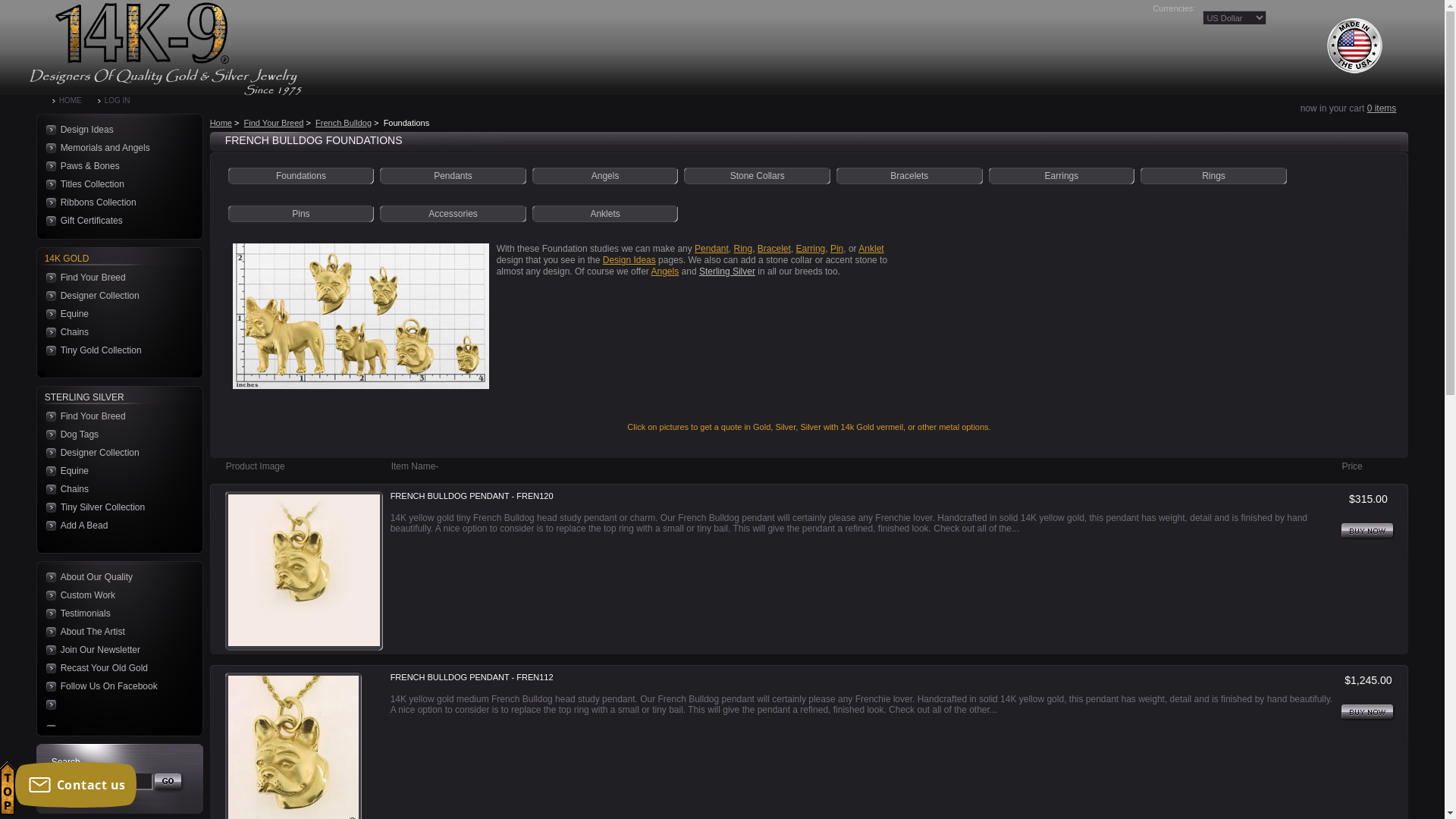 Image resolution: width=1456 pixels, height=819 pixels. Describe the element at coordinates (115, 488) in the screenshot. I see `'Chains'` at that location.